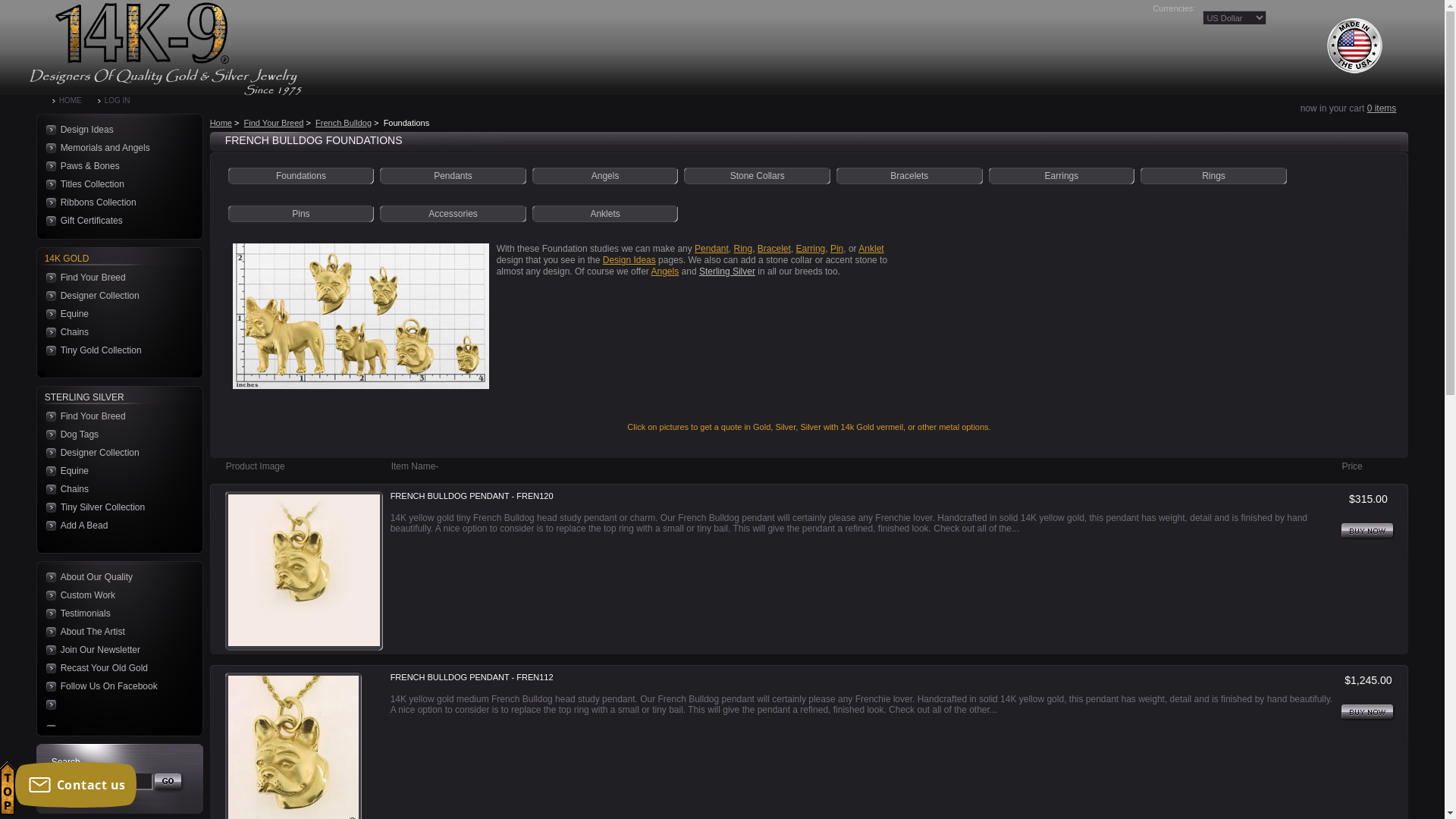 Image resolution: width=1456 pixels, height=819 pixels. Describe the element at coordinates (115, 488) in the screenshot. I see `'Chains'` at that location.